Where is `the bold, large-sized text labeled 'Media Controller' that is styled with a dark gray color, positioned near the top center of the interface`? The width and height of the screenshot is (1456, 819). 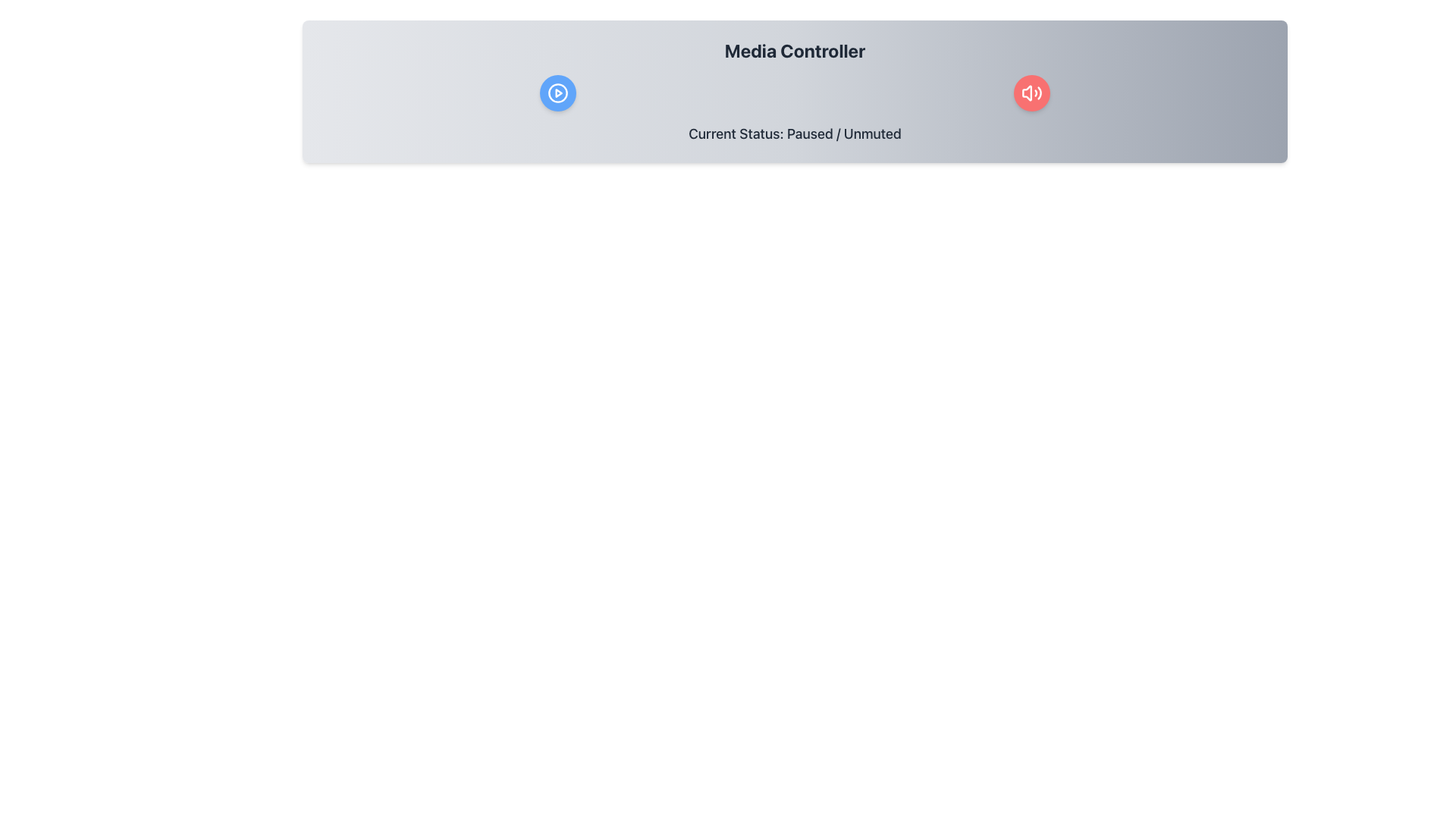 the bold, large-sized text labeled 'Media Controller' that is styled with a dark gray color, positioned near the top center of the interface is located at coordinates (794, 49).